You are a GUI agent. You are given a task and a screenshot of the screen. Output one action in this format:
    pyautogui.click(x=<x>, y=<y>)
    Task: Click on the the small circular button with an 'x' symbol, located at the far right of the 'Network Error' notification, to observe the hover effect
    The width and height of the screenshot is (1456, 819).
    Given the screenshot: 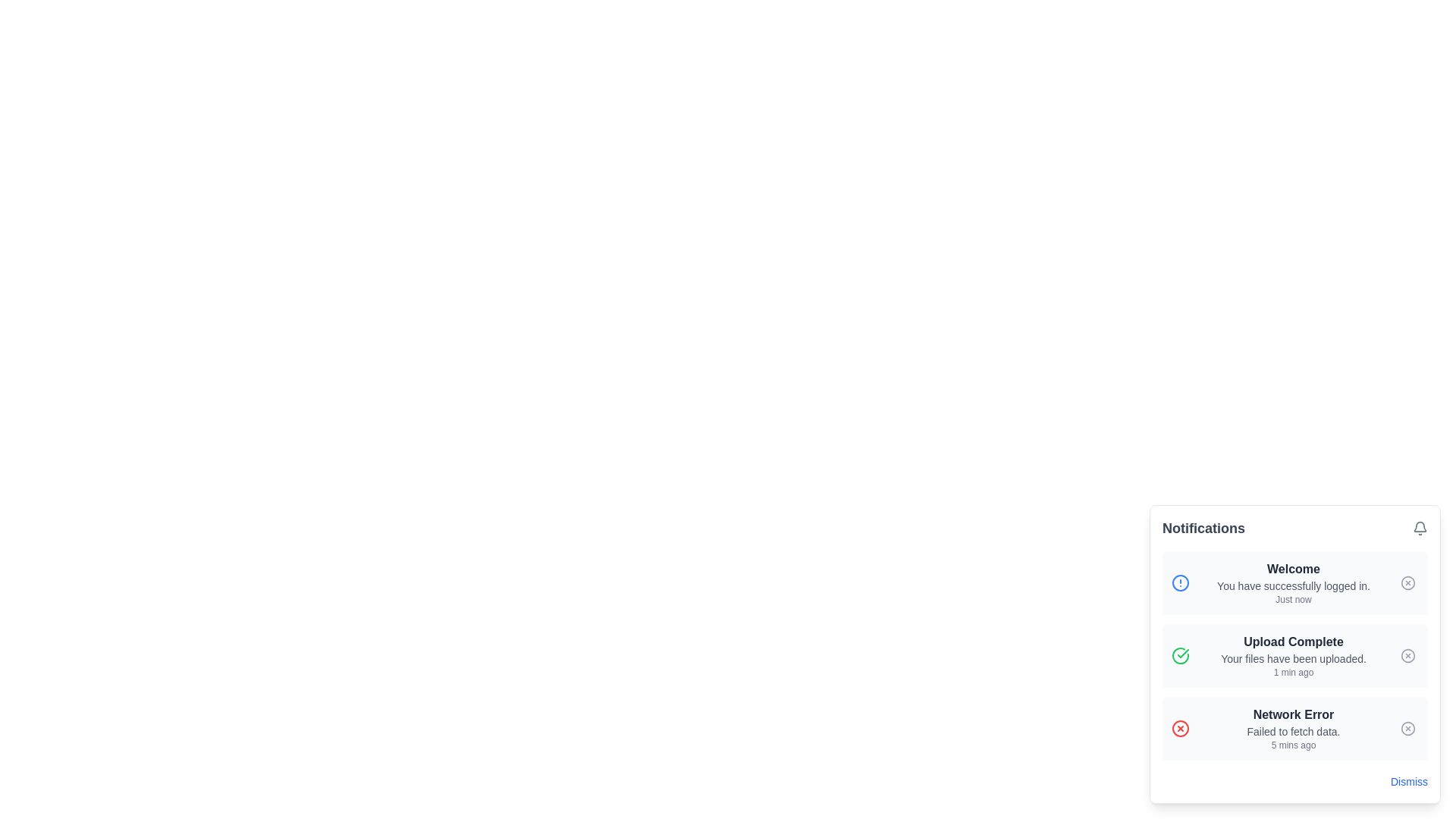 What is the action you would take?
    pyautogui.click(x=1407, y=727)
    